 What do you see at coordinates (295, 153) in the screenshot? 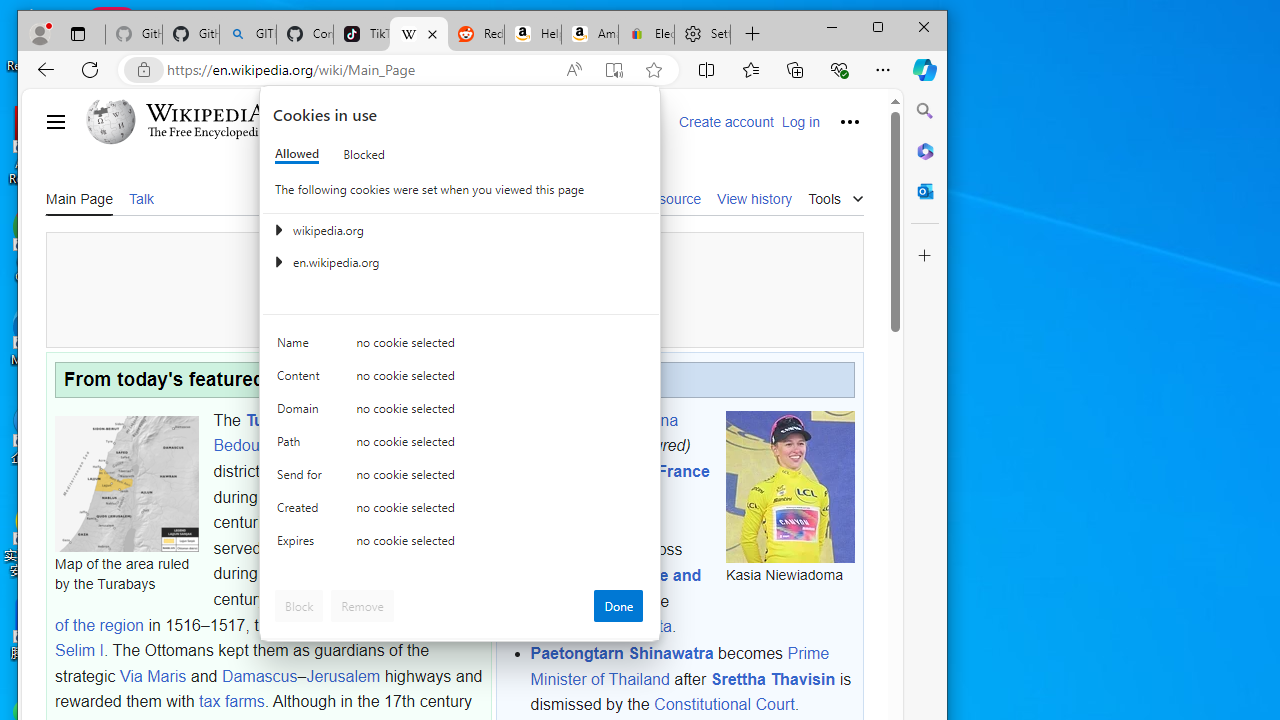
I see `'Allowed'` at bounding box center [295, 153].